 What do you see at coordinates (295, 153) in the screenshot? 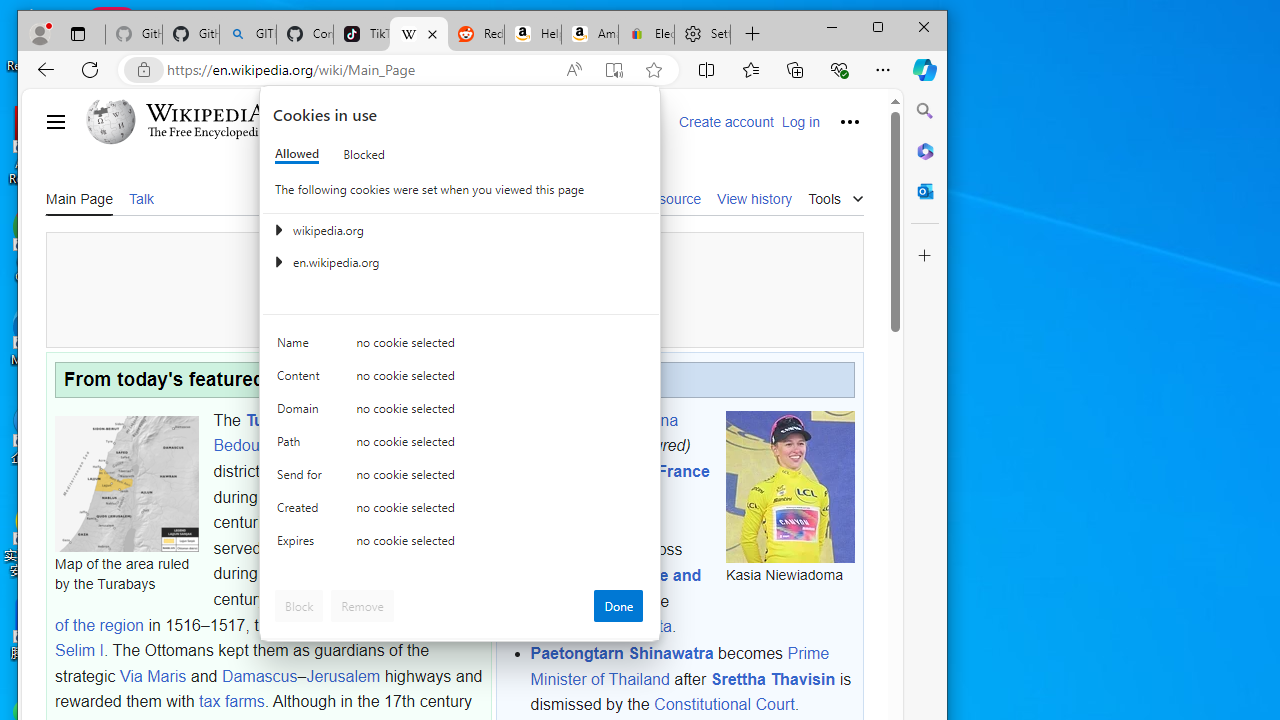
I see `'Allowed'` at bounding box center [295, 153].